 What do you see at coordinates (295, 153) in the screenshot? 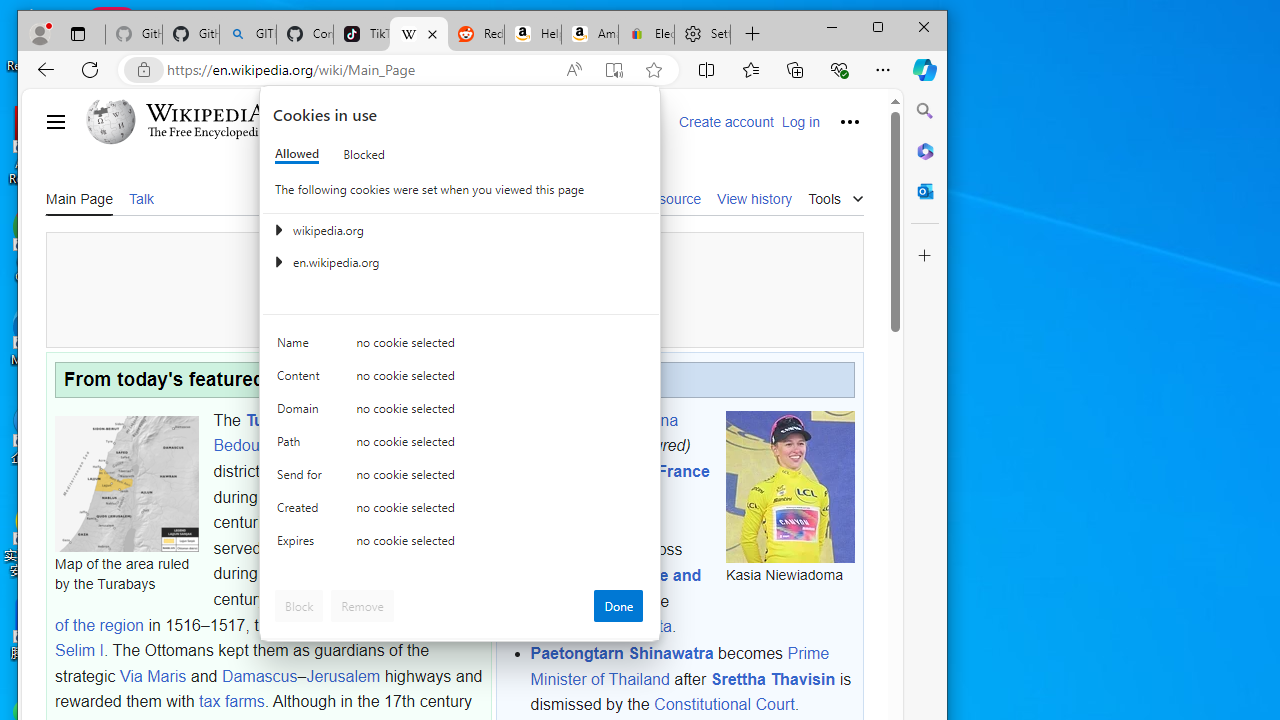
I see `'Allowed'` at bounding box center [295, 153].